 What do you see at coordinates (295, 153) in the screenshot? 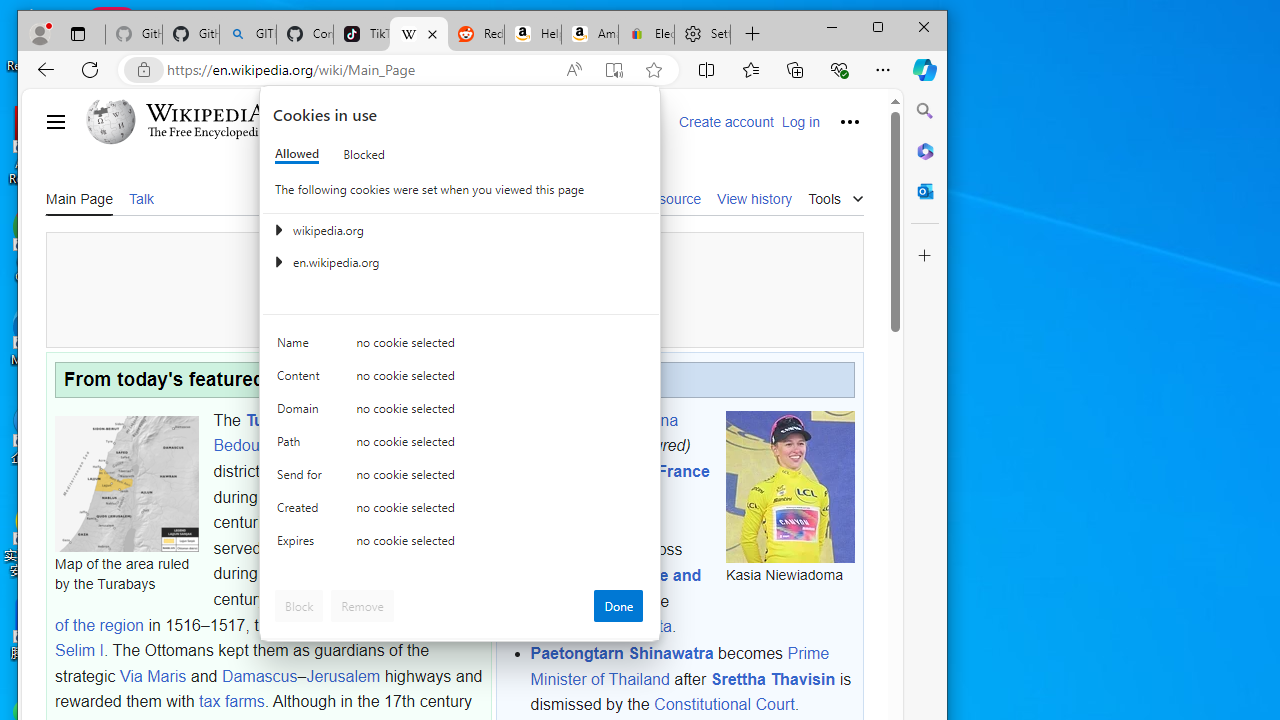
I see `'Allowed'` at bounding box center [295, 153].